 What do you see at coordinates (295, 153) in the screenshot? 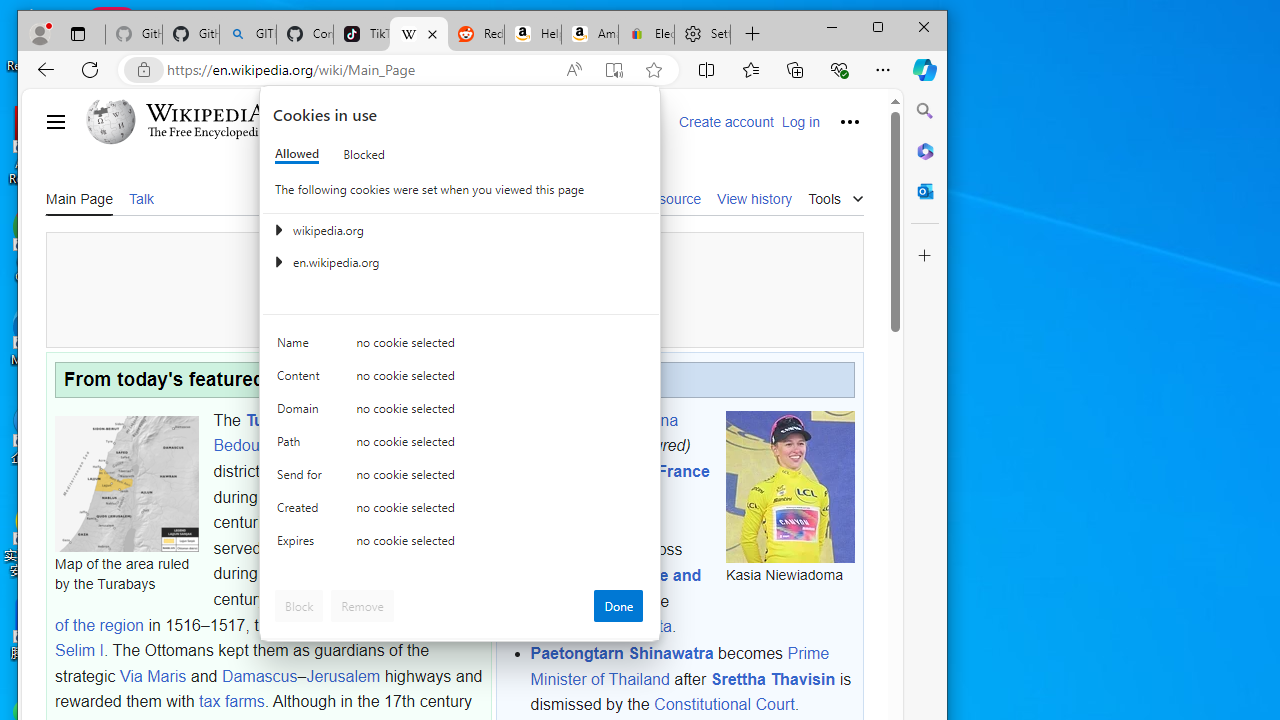
I see `'Allowed'` at bounding box center [295, 153].